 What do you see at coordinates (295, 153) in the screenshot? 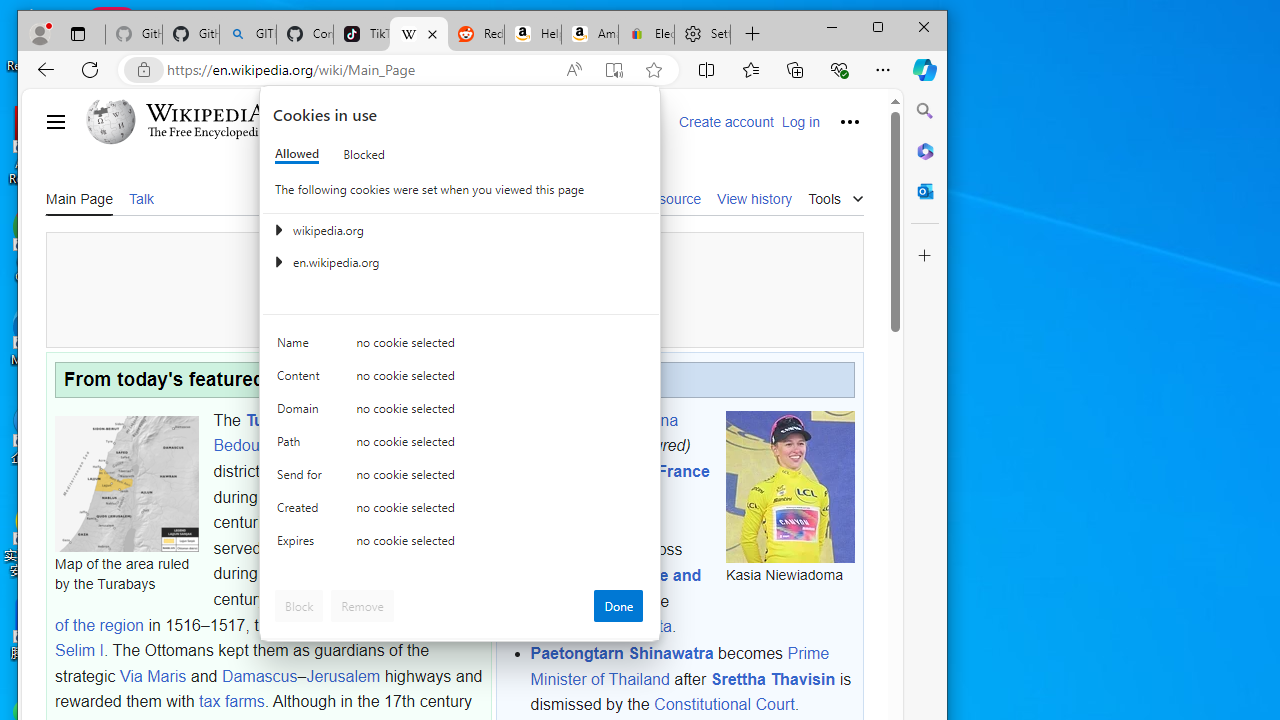
I see `'Allowed'` at bounding box center [295, 153].